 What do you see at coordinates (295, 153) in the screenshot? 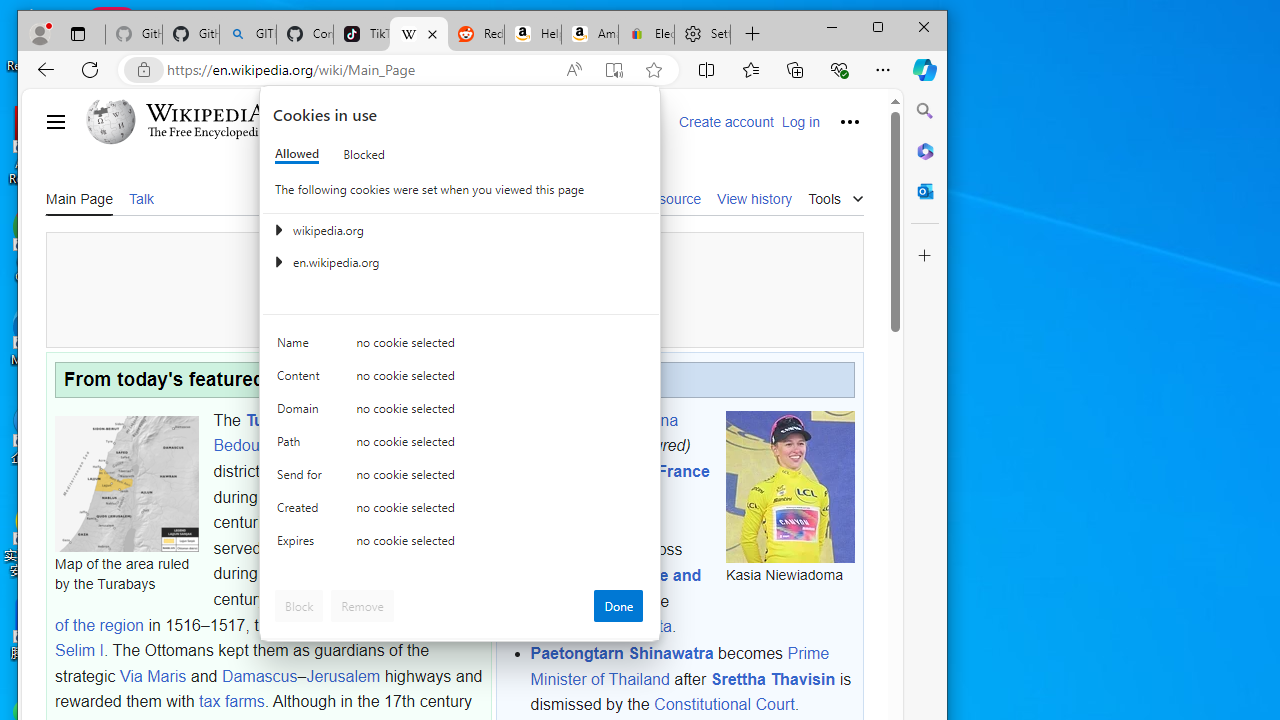
I see `'Allowed'` at bounding box center [295, 153].